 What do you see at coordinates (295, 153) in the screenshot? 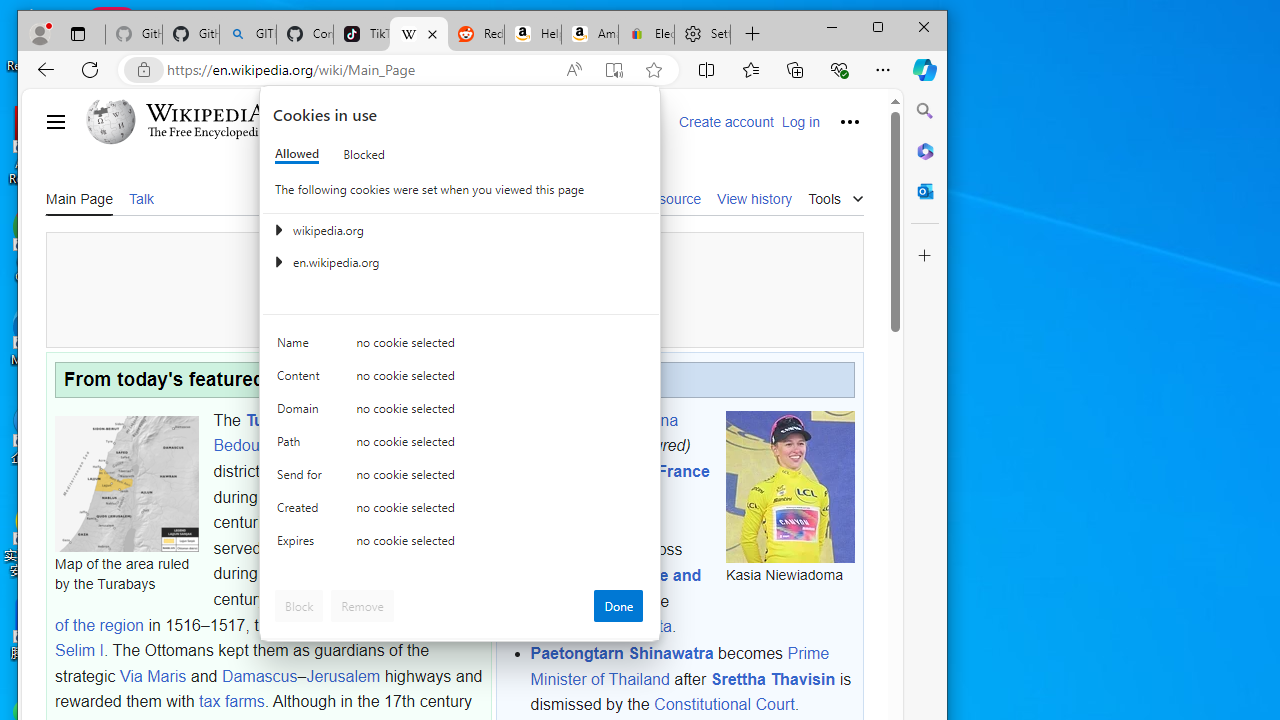
I see `'Allowed'` at bounding box center [295, 153].